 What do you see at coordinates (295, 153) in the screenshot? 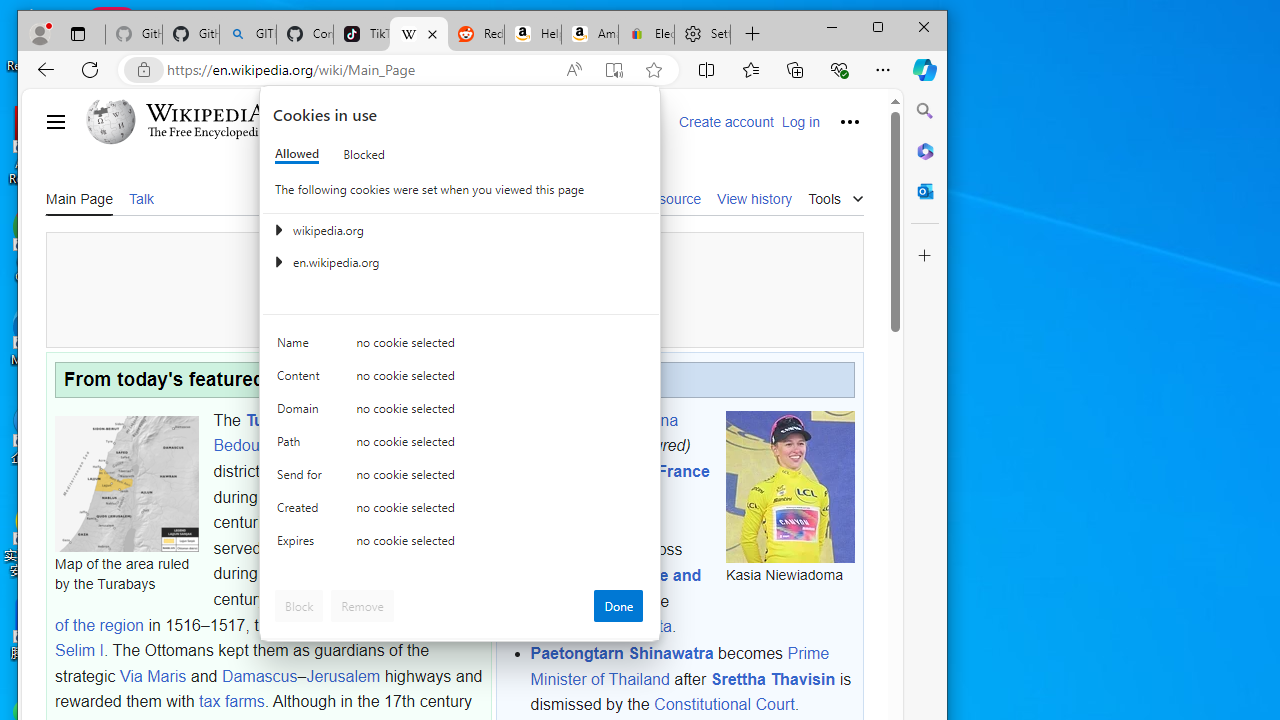
I see `'Allowed'` at bounding box center [295, 153].